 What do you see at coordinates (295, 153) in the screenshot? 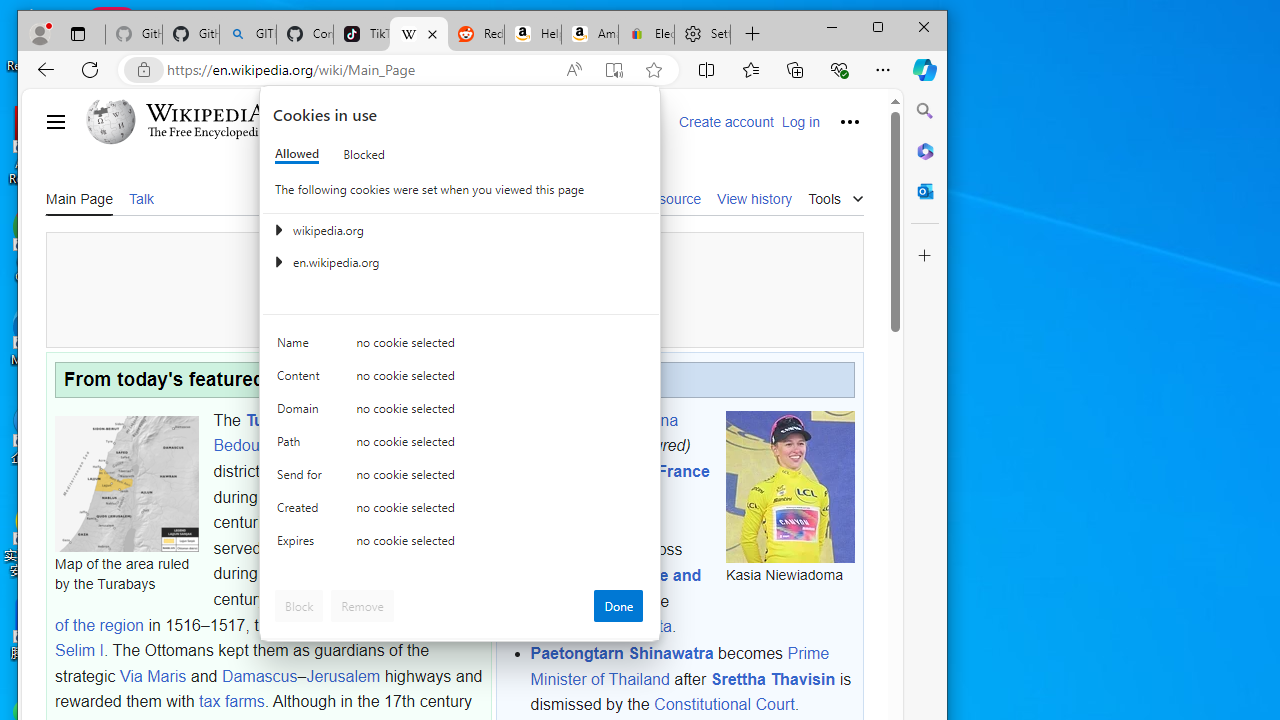
I see `'Allowed'` at bounding box center [295, 153].